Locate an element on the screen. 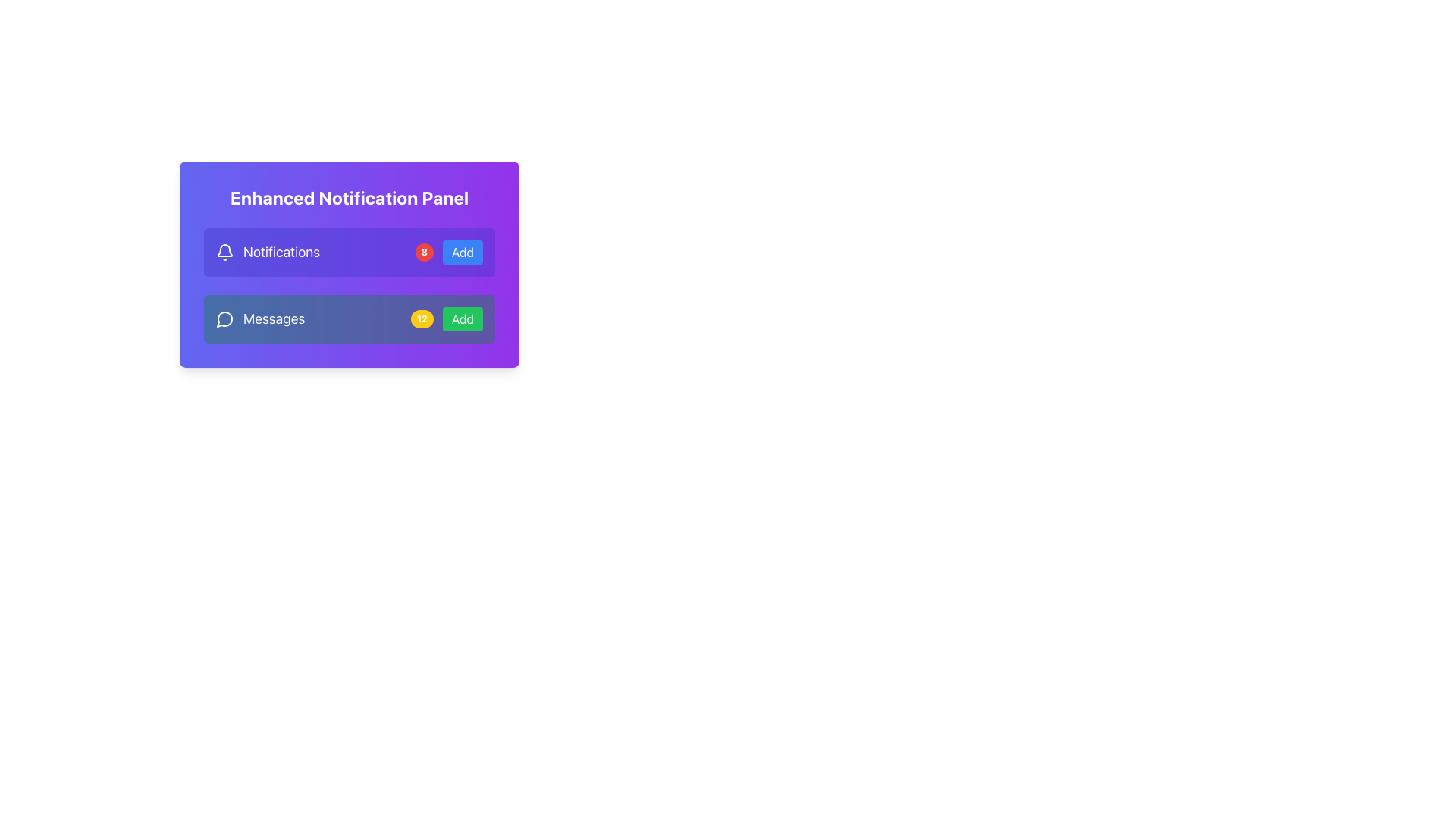 The width and height of the screenshot is (1456, 819). the 'Add' button with a blue background and white text located next to the 'Notifications' text in a purple panel is located at coordinates (462, 251).